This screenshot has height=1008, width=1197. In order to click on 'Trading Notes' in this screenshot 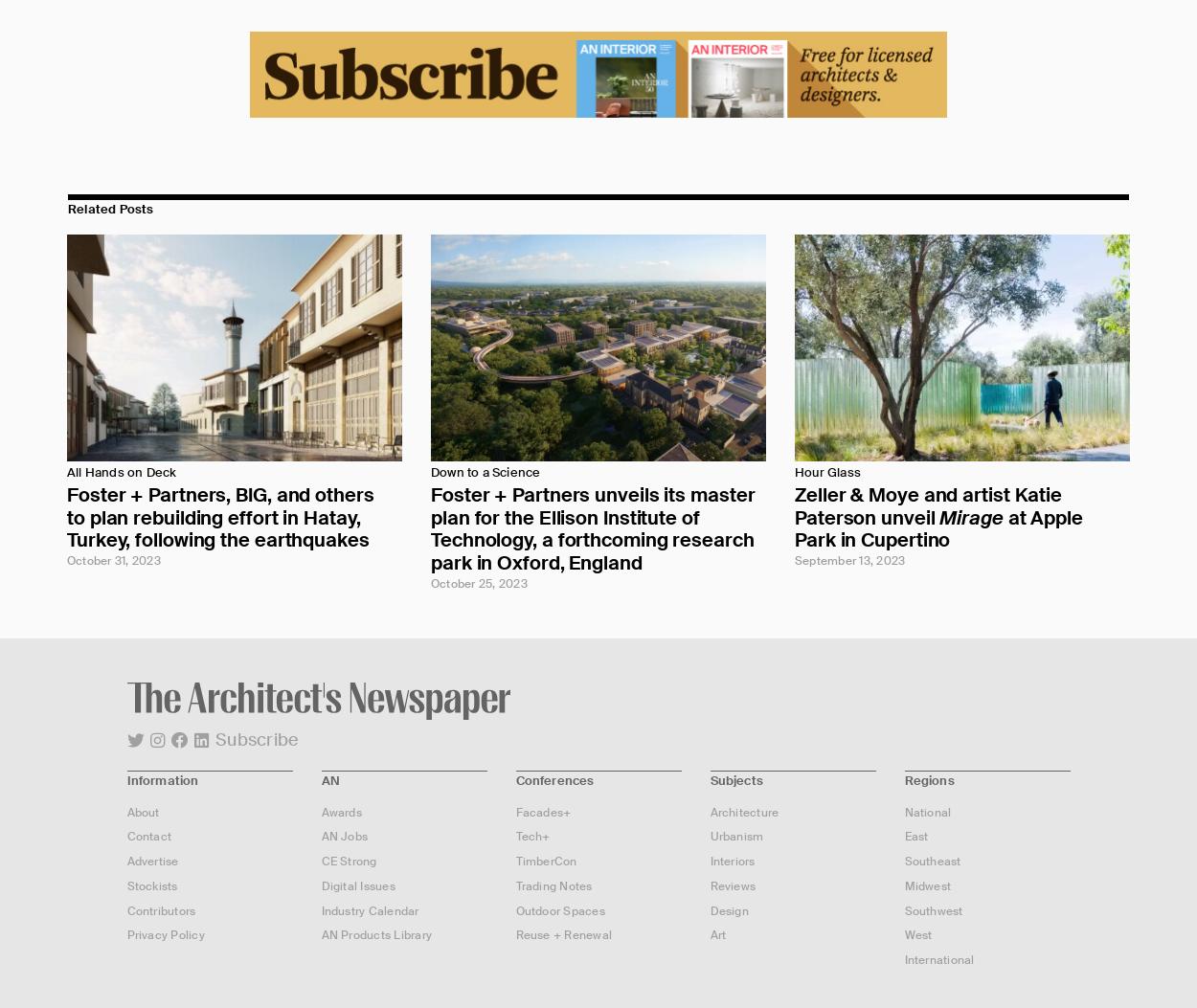, I will do `click(553, 884)`.